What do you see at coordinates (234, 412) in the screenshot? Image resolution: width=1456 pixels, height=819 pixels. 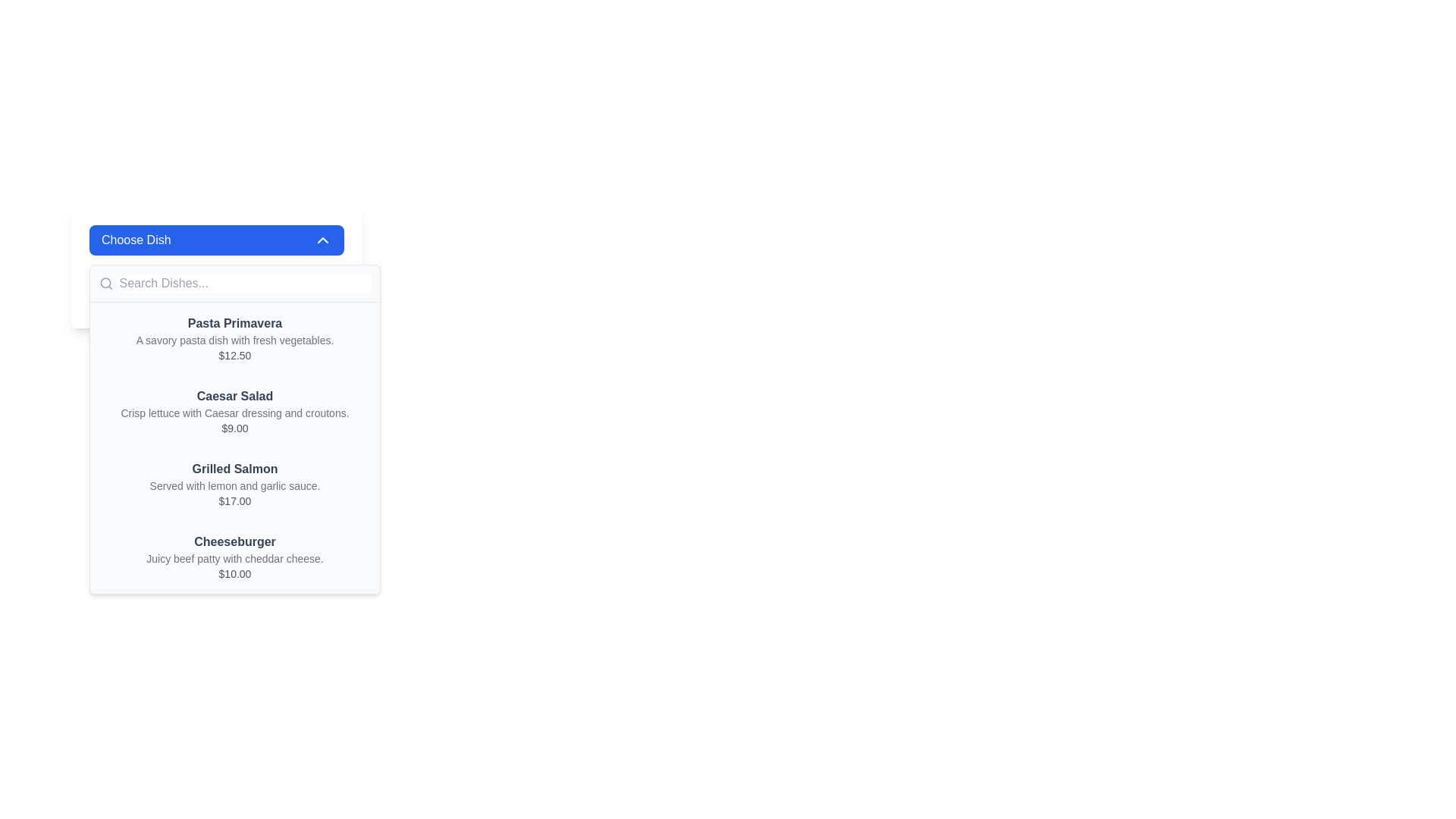 I see `the 'Caesar Salad' menu item` at bounding box center [234, 412].